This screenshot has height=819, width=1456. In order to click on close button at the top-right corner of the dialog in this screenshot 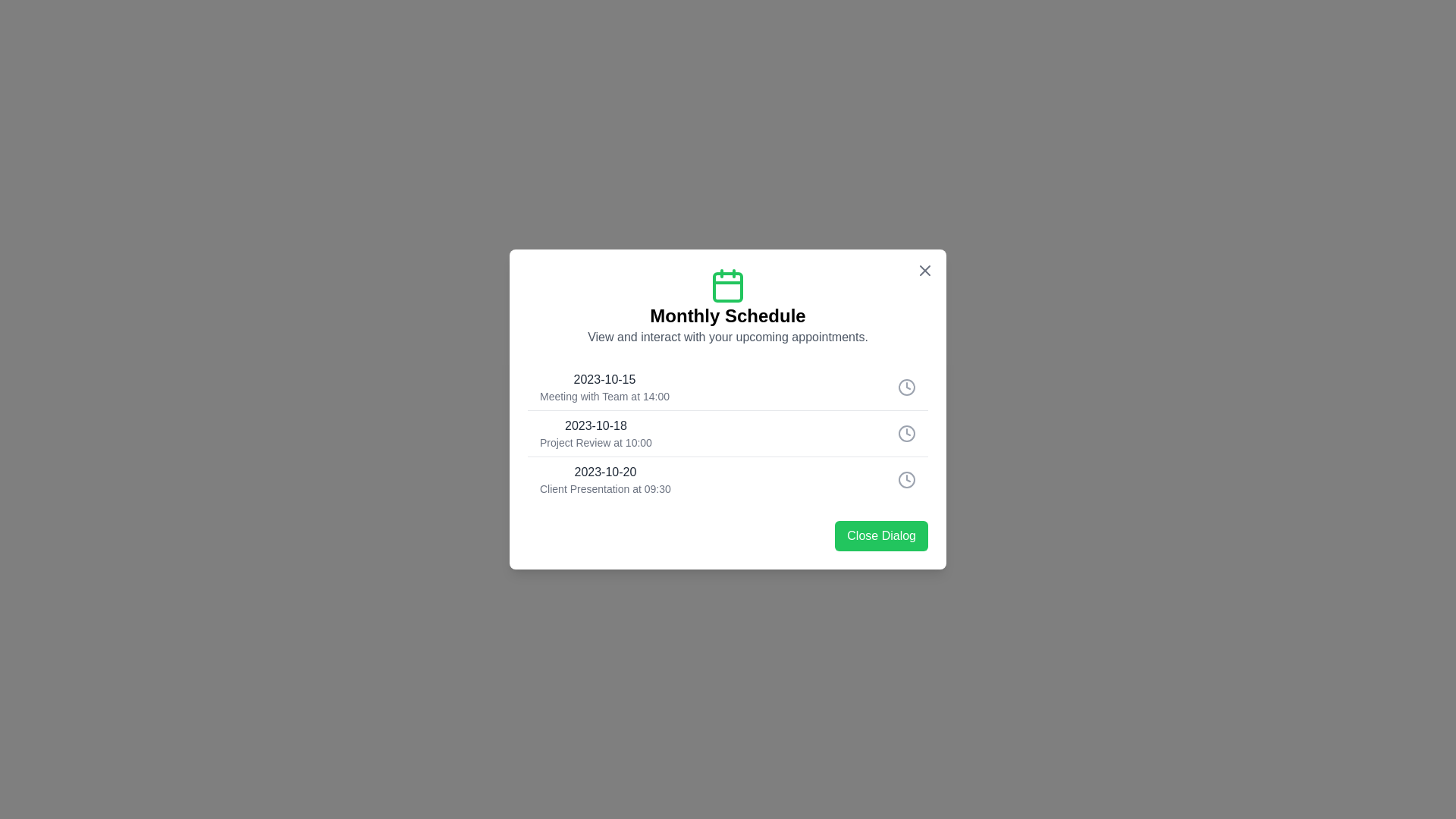, I will do `click(924, 270)`.